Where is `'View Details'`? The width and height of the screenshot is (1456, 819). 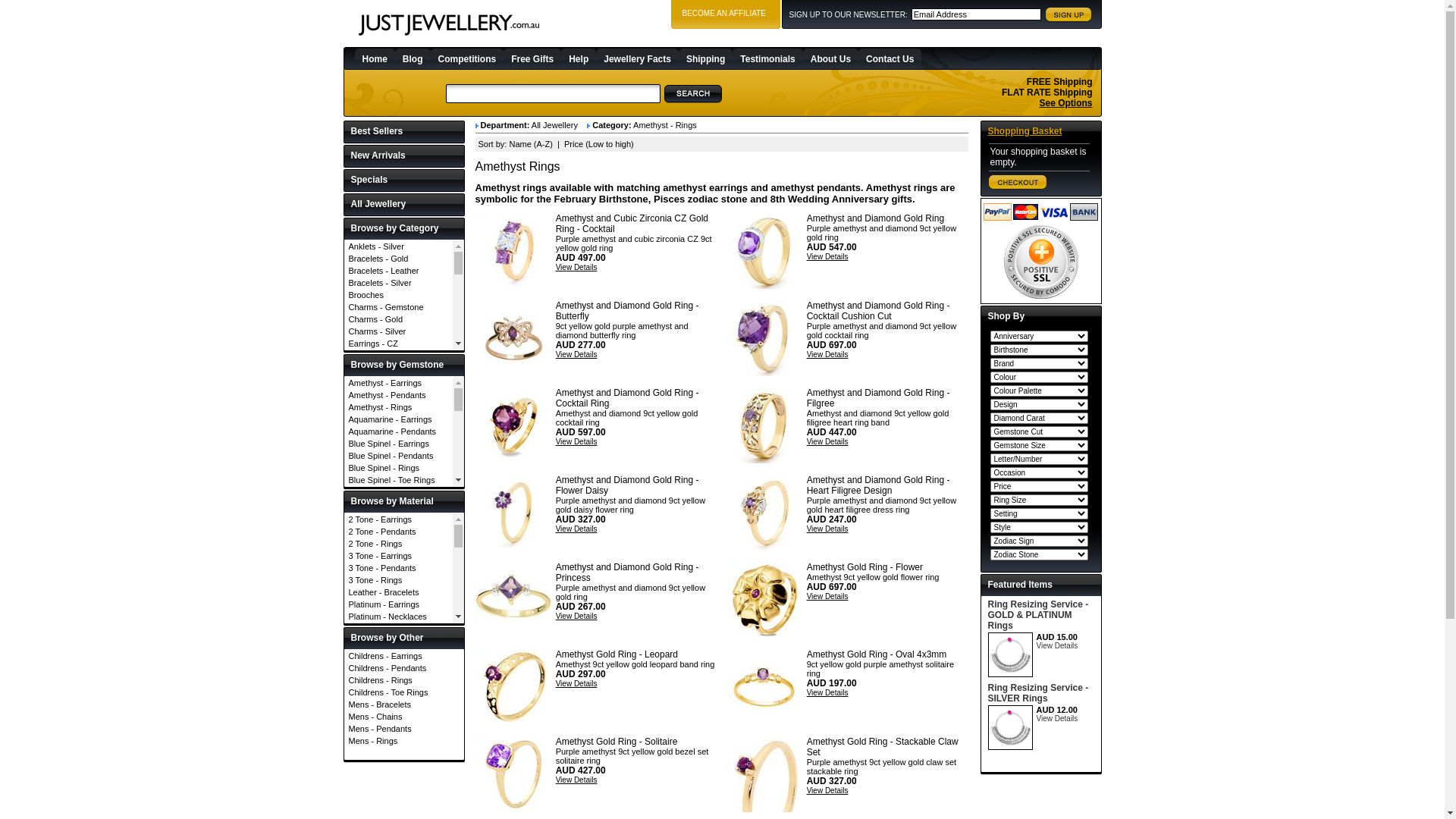
'View Details' is located at coordinates (576, 266).